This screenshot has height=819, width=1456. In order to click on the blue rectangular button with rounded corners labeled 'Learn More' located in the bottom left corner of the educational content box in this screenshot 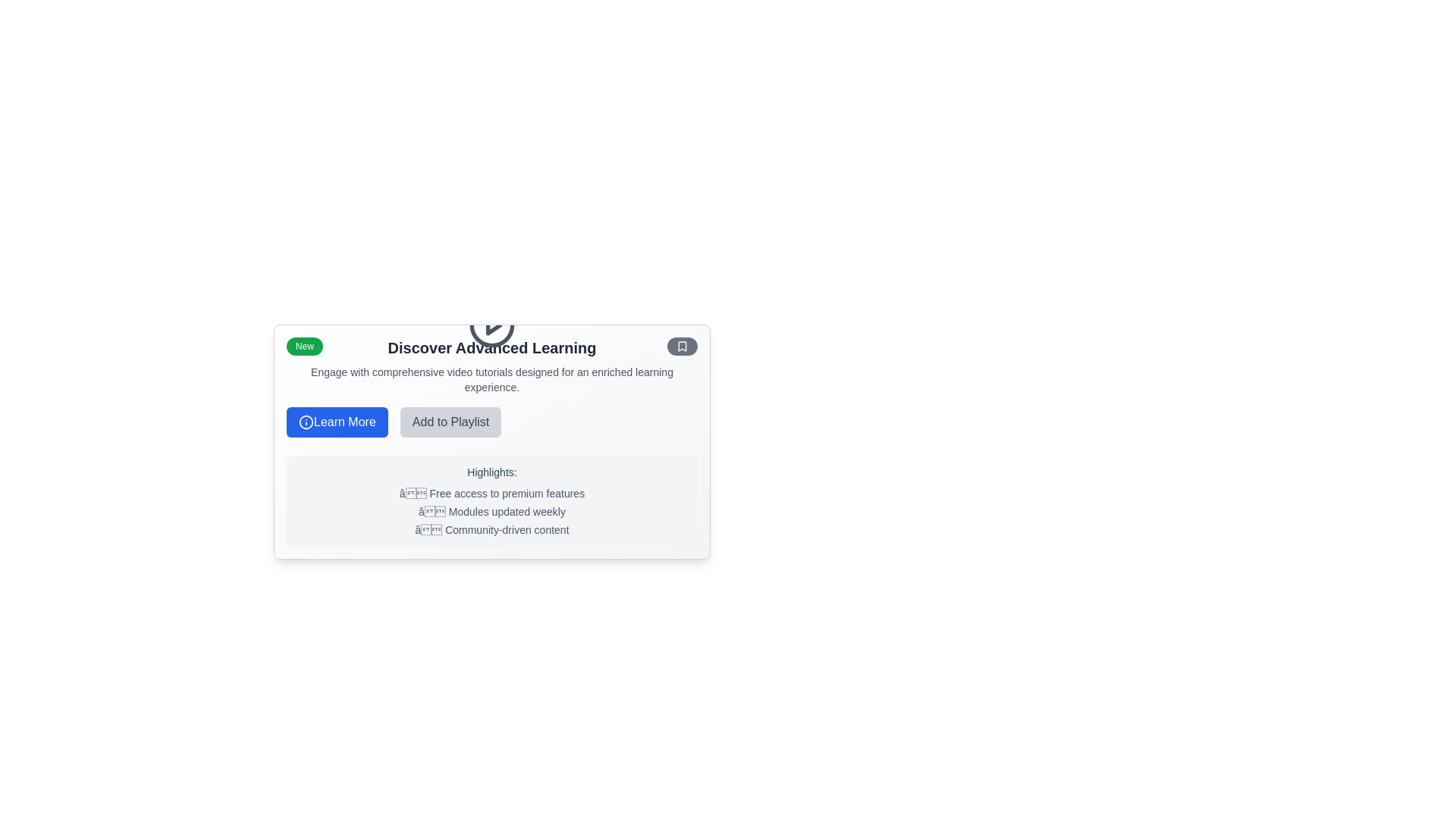, I will do `click(336, 422)`.